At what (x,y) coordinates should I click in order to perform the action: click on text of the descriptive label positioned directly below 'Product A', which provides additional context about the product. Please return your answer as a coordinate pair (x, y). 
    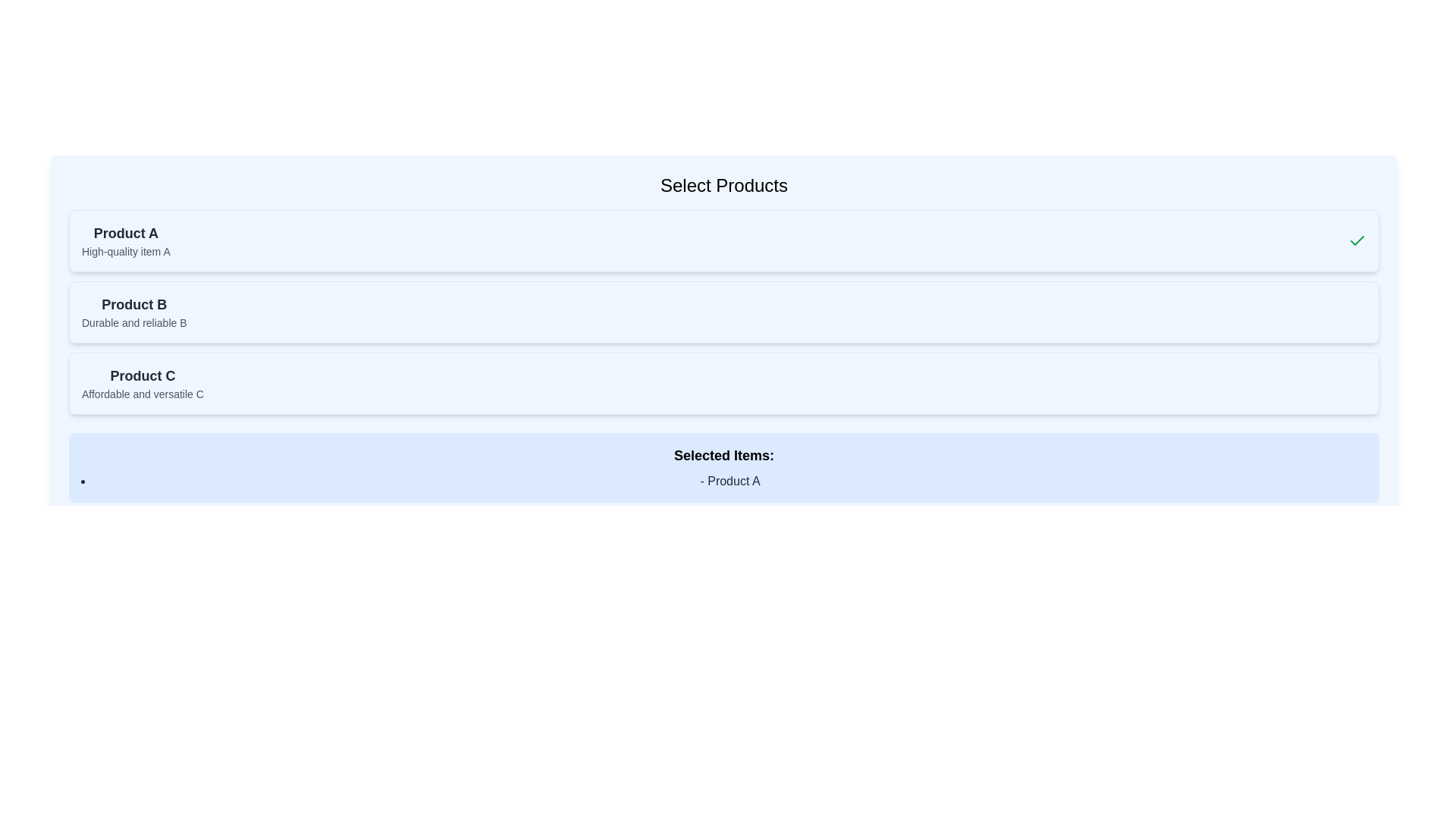
    Looking at the image, I should click on (126, 250).